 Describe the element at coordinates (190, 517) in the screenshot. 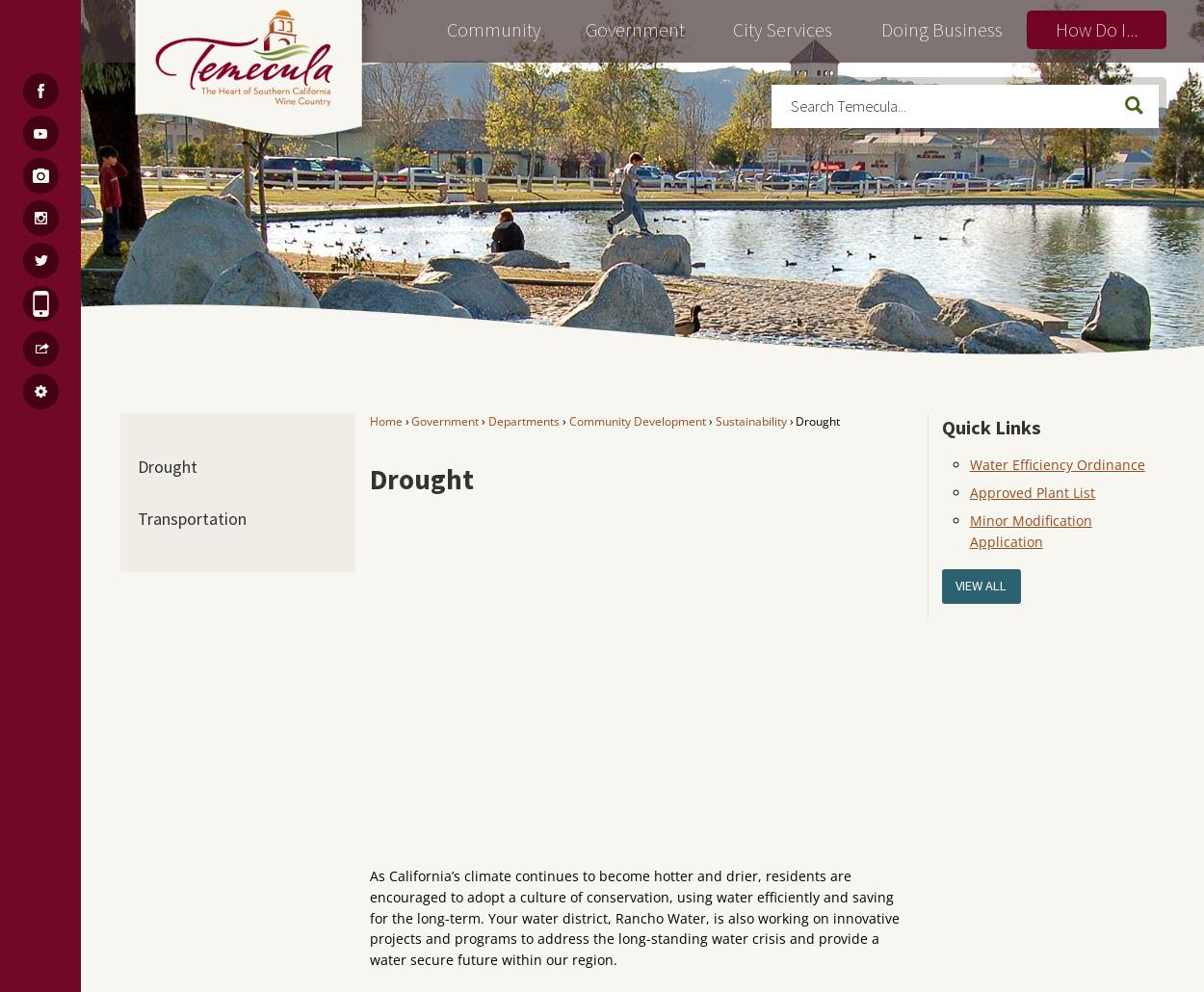

I see `'Transportation'` at that location.